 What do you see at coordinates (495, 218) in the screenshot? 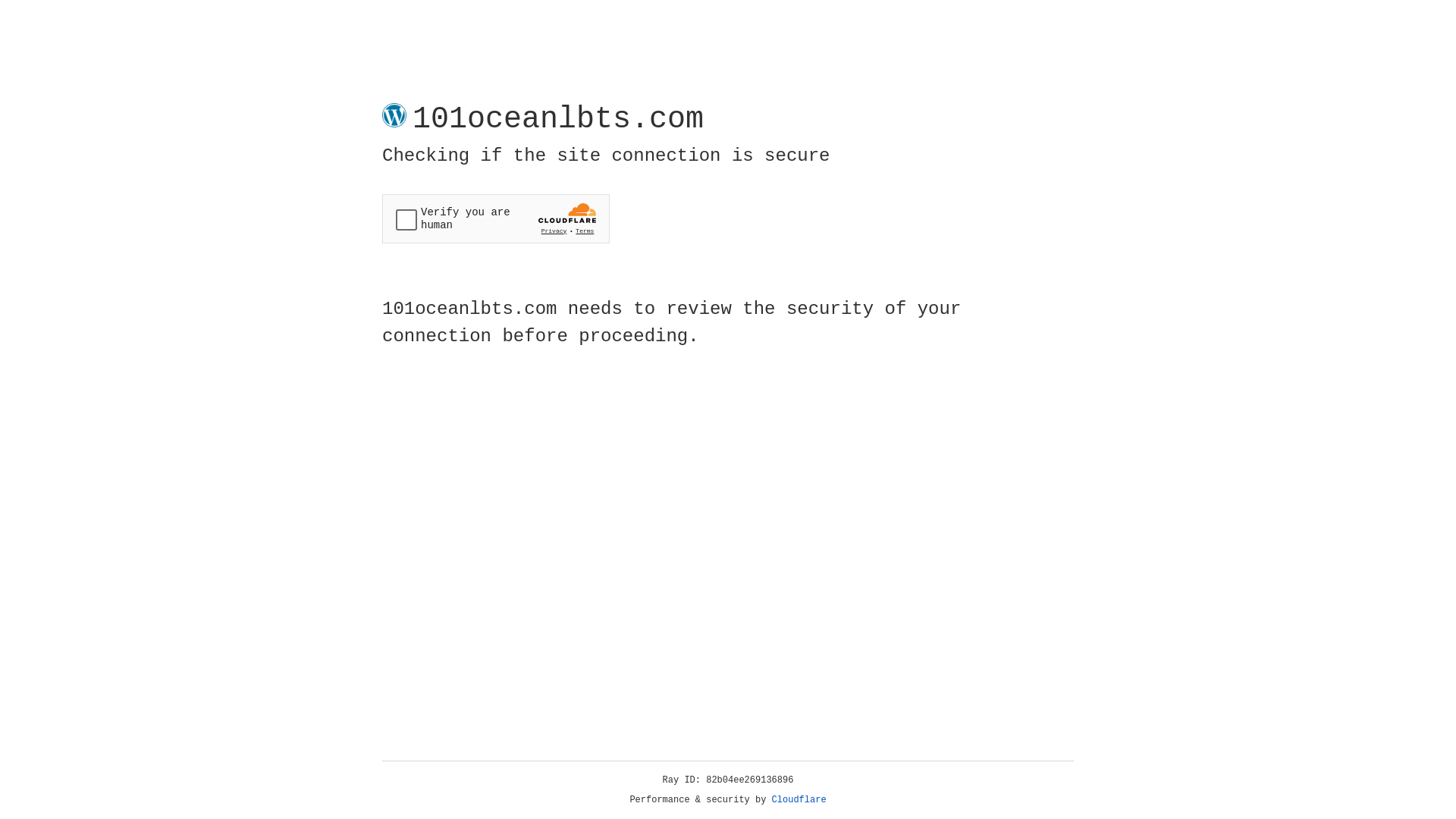
I see `'Widget containing a Cloudflare security challenge'` at bounding box center [495, 218].